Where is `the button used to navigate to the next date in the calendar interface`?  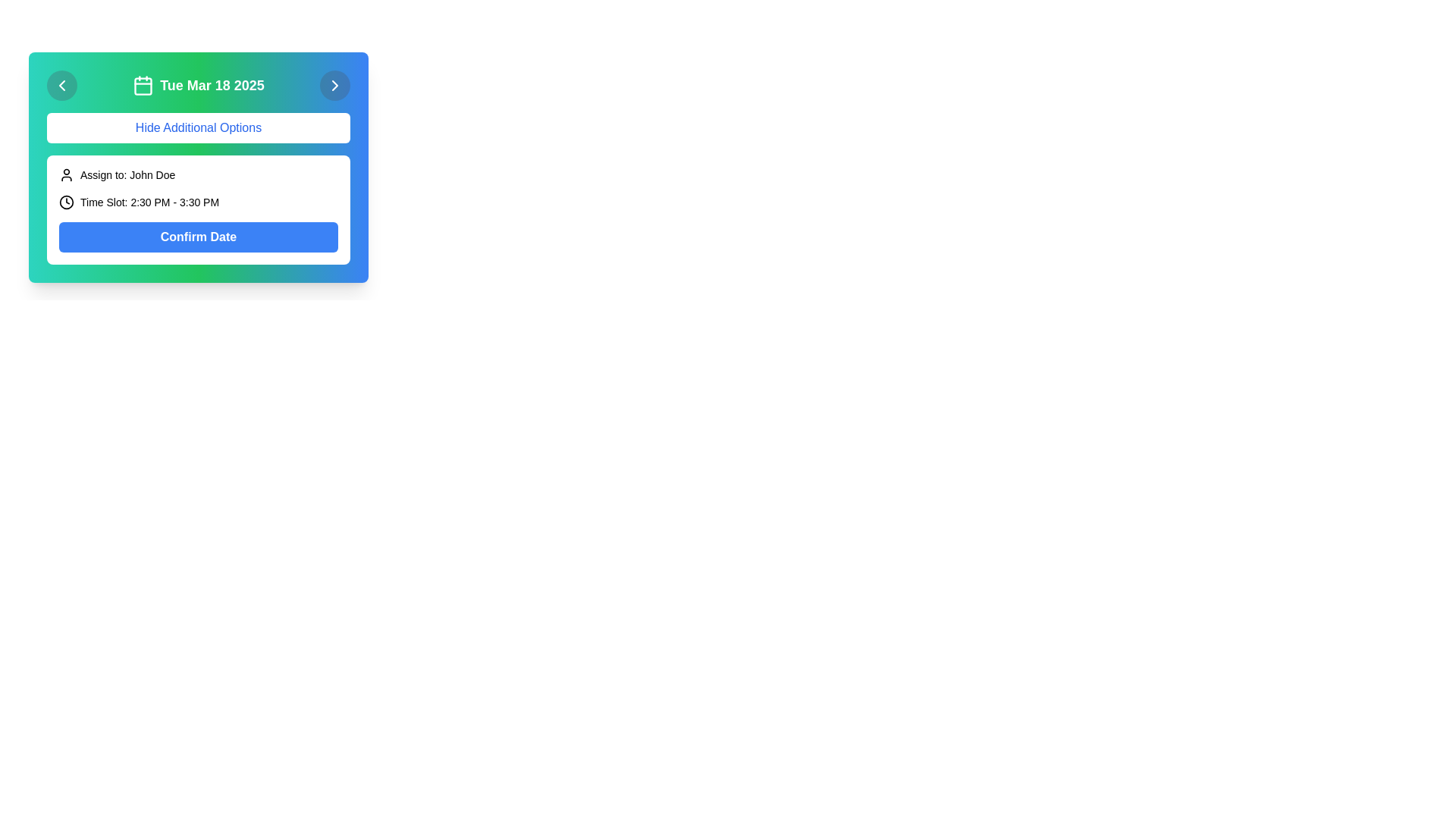 the button used to navigate to the next date in the calendar interface is located at coordinates (334, 85).